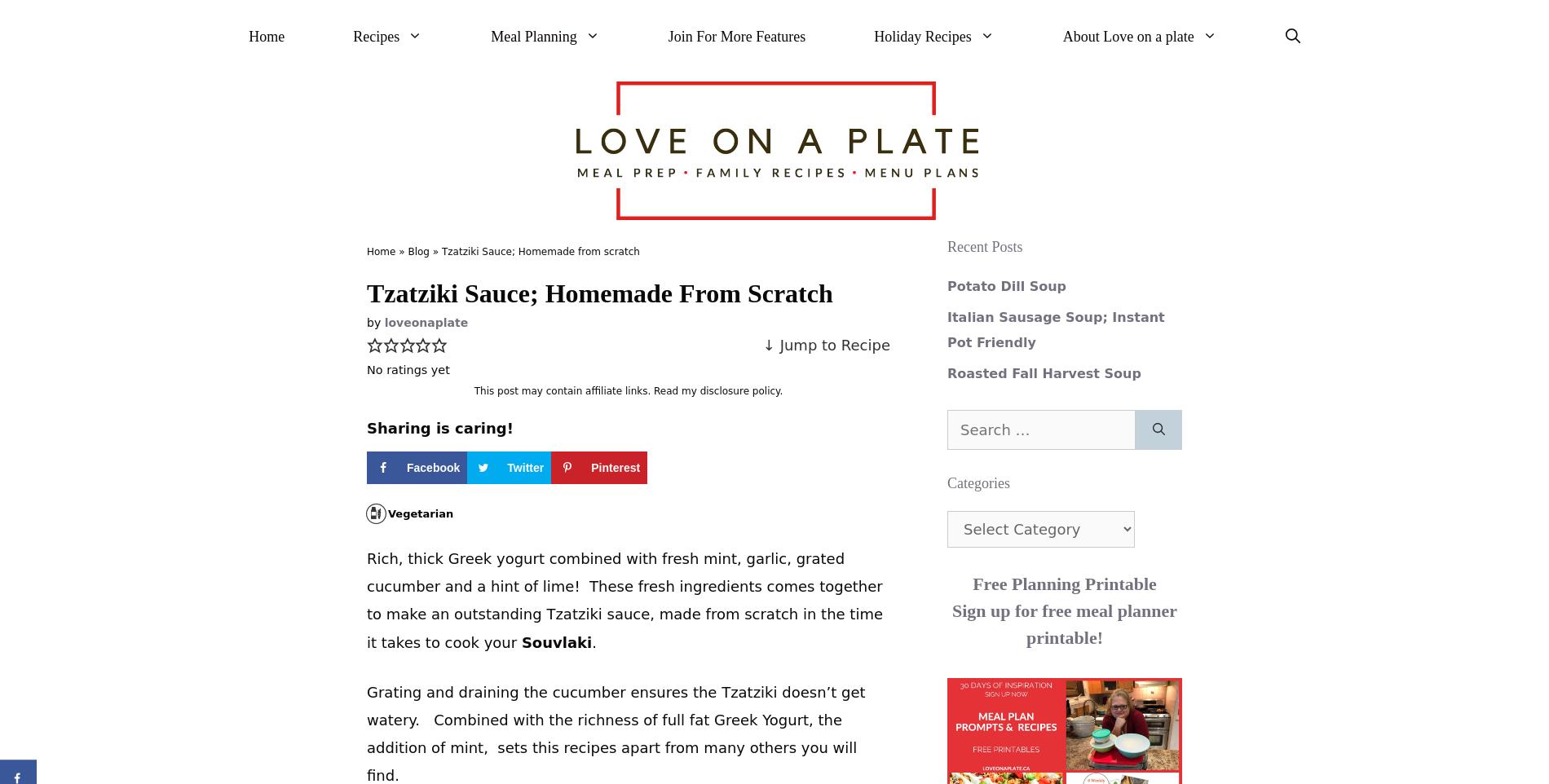 This screenshot has width=1549, height=784. I want to click on 'by', so click(374, 321).